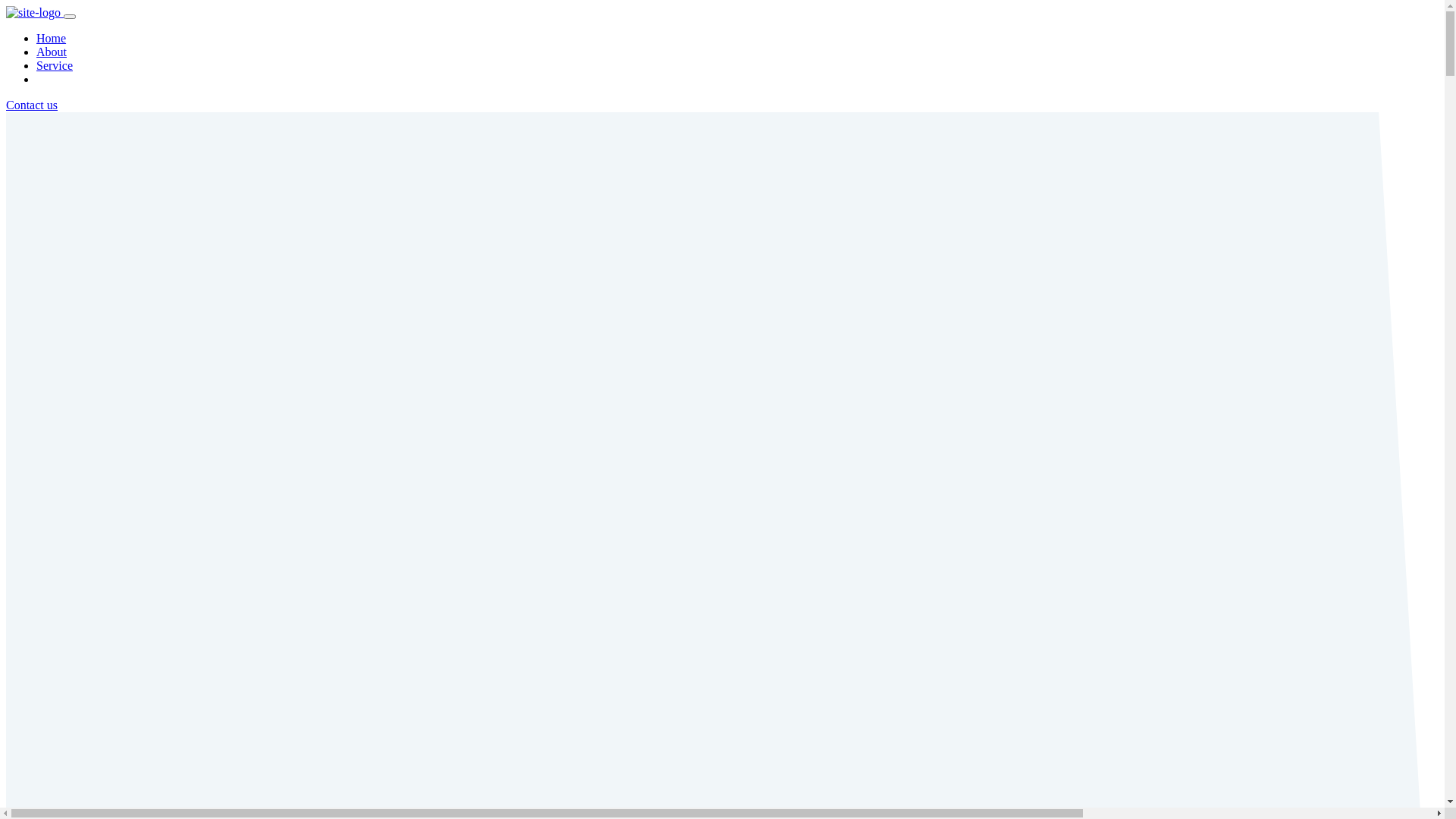 This screenshot has height=819, width=1456. What do you see at coordinates (51, 51) in the screenshot?
I see `'About'` at bounding box center [51, 51].